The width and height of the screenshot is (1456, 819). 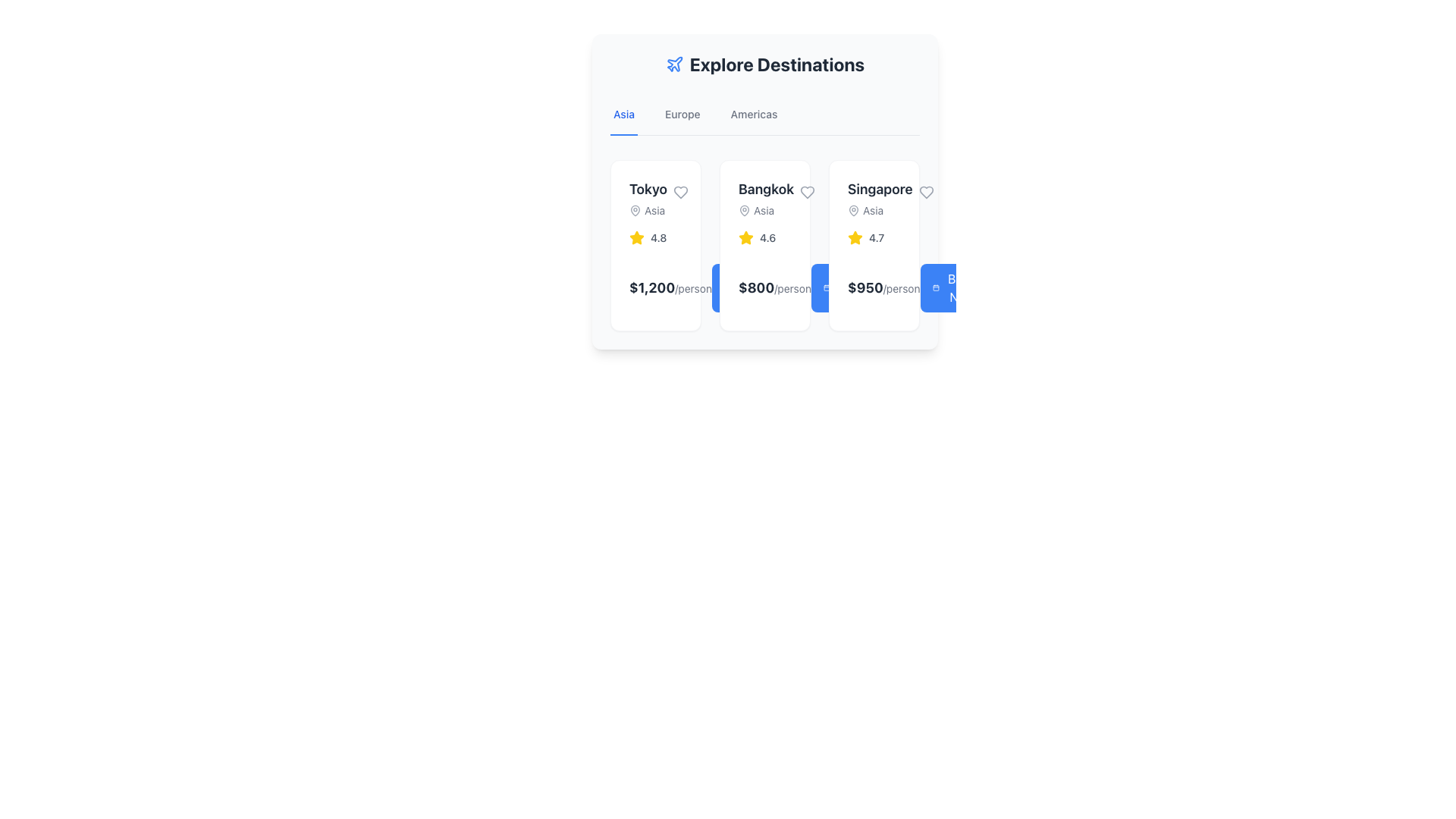 I want to click on the label that indicates the price is per person, located immediately to the right of '$950' in the third card of the 'Asia' section for 'Singapore', so click(x=902, y=288).